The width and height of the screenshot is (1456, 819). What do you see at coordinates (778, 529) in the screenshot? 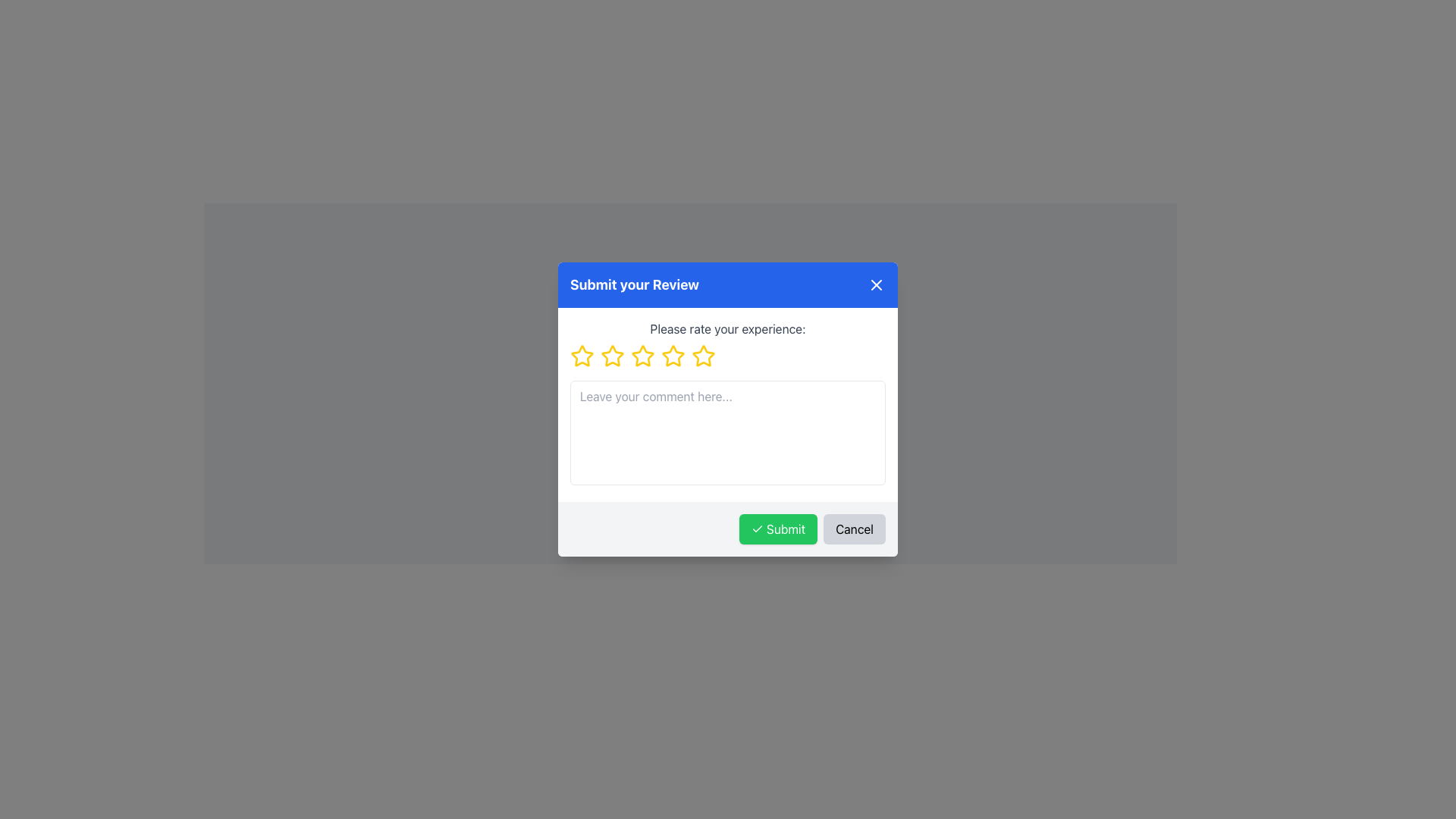
I see `the green 'Submit' button with rounded corners` at bounding box center [778, 529].